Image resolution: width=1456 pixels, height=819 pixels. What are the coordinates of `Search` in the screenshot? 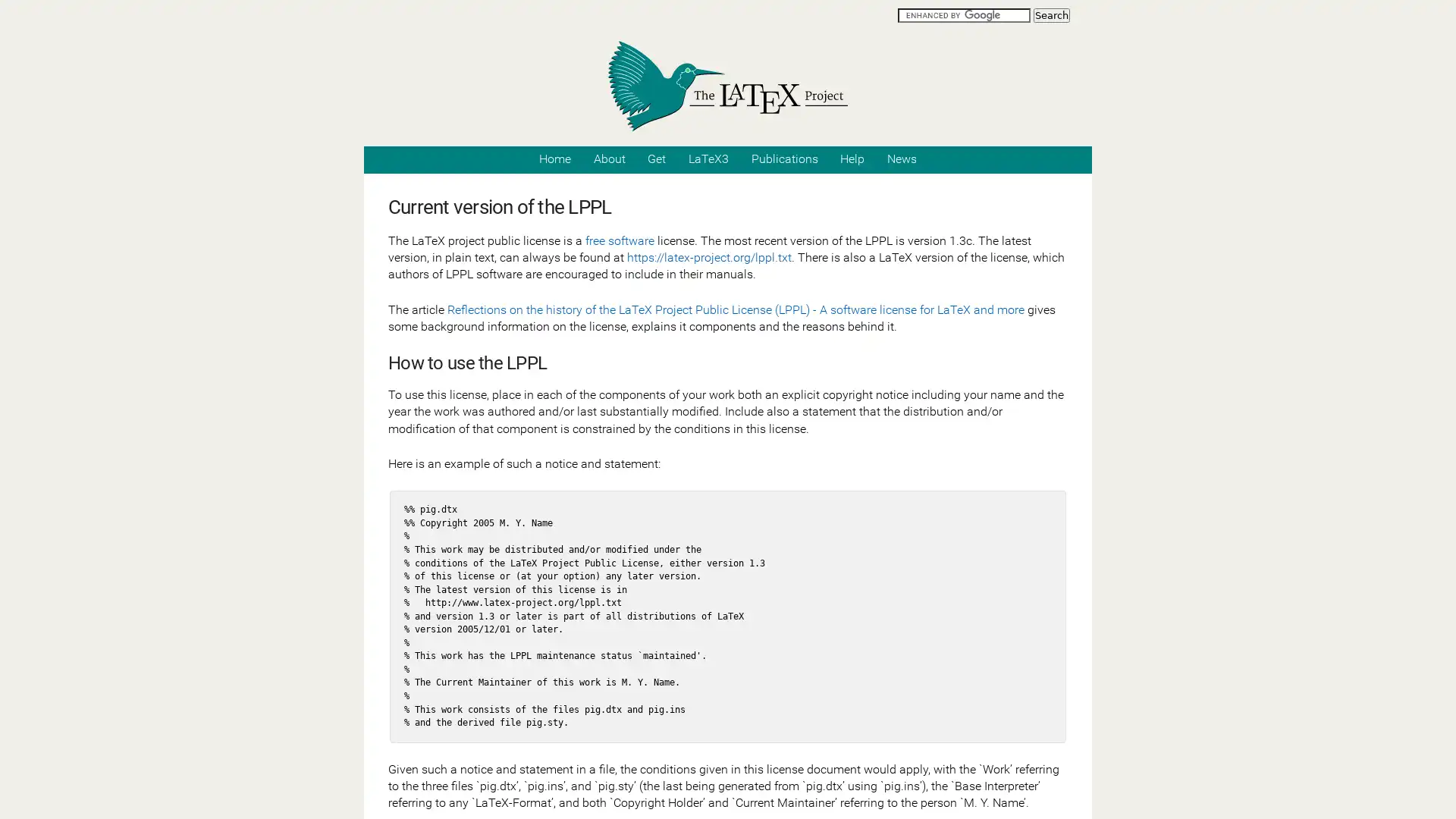 It's located at (1051, 15).